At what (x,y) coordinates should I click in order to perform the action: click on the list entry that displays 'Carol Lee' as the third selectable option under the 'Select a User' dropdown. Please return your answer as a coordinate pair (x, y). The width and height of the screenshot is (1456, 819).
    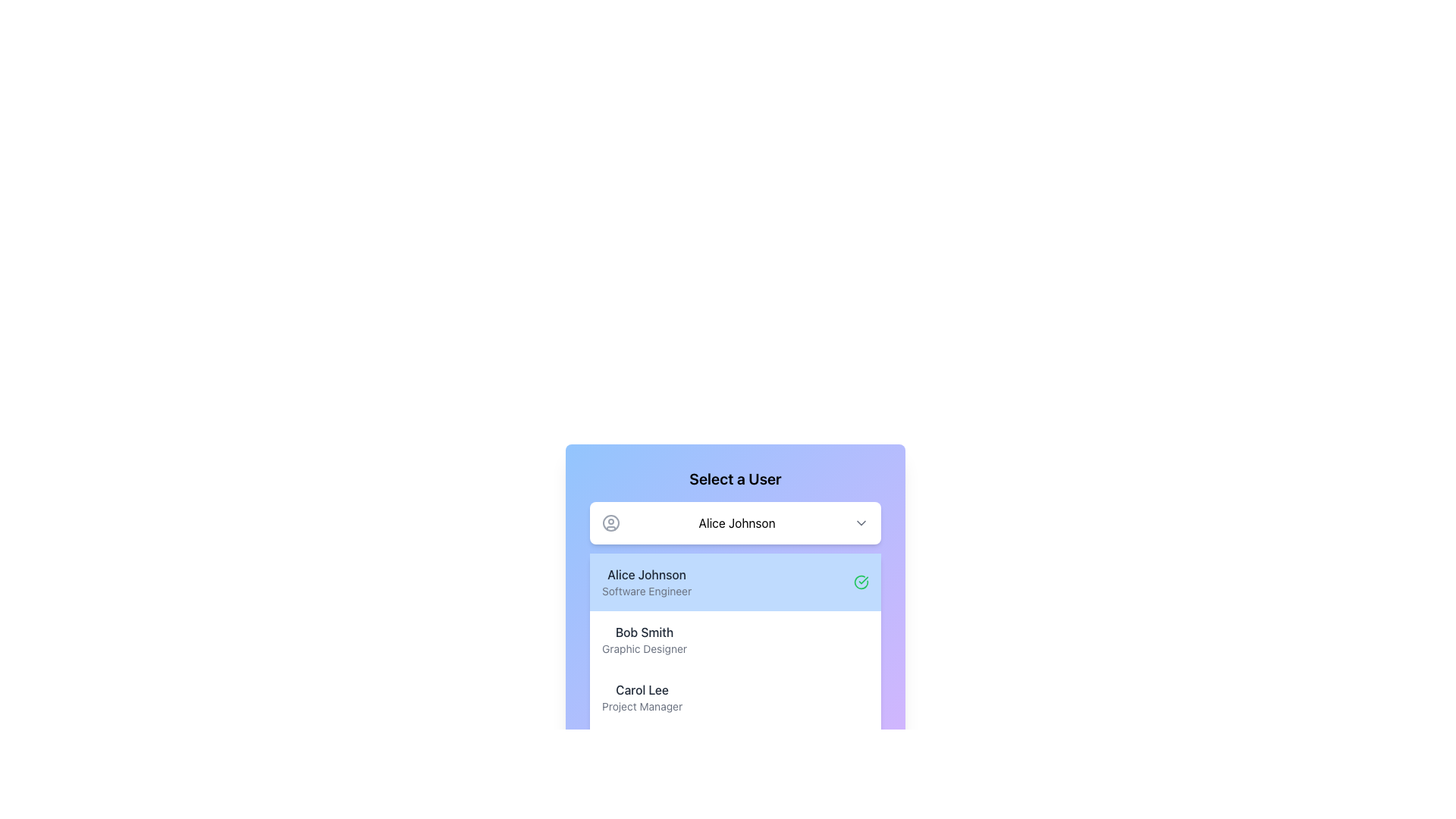
    Looking at the image, I should click on (735, 698).